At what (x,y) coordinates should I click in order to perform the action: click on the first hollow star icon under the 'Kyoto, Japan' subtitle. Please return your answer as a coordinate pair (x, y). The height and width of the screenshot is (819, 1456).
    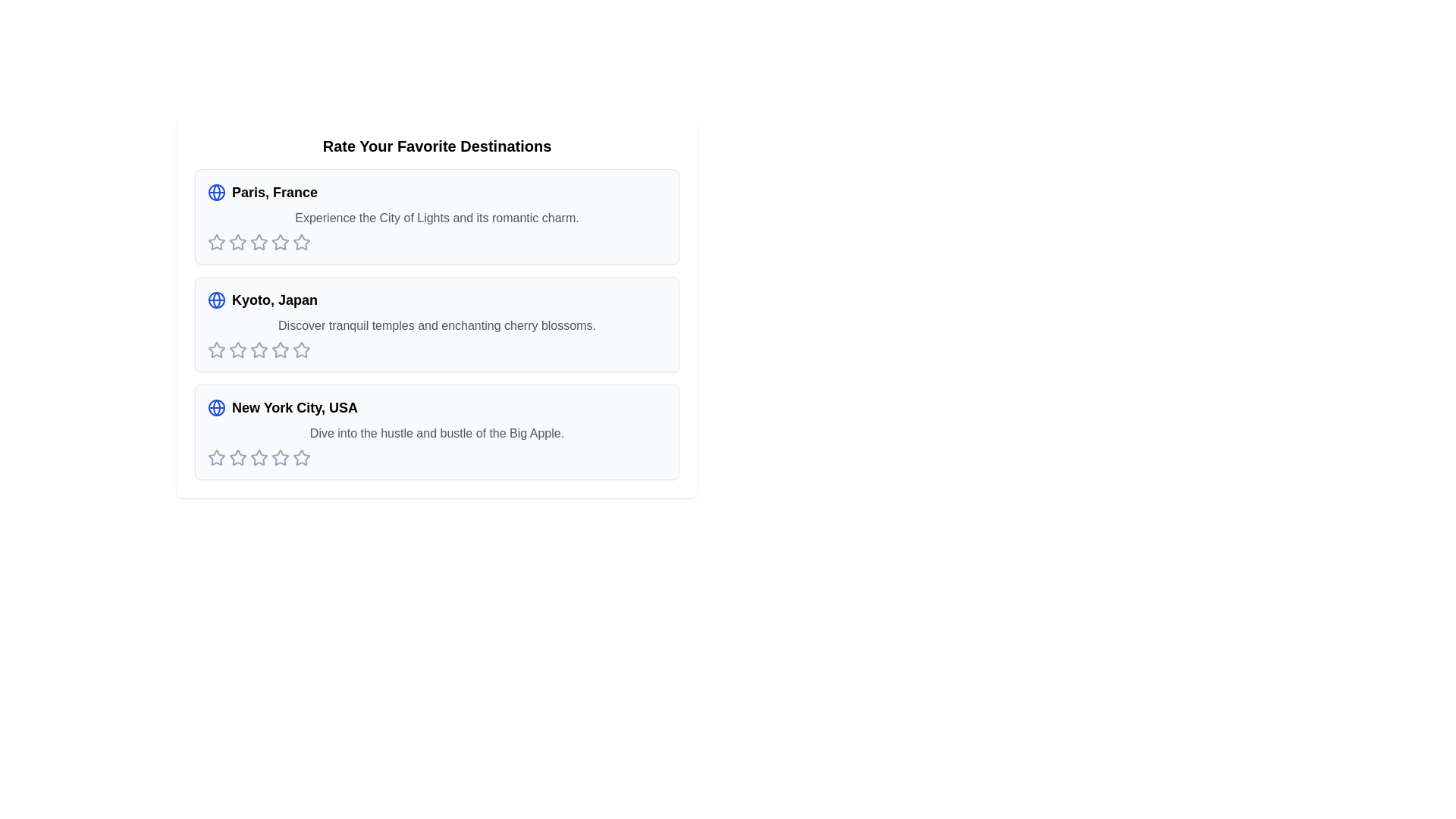
    Looking at the image, I should click on (237, 350).